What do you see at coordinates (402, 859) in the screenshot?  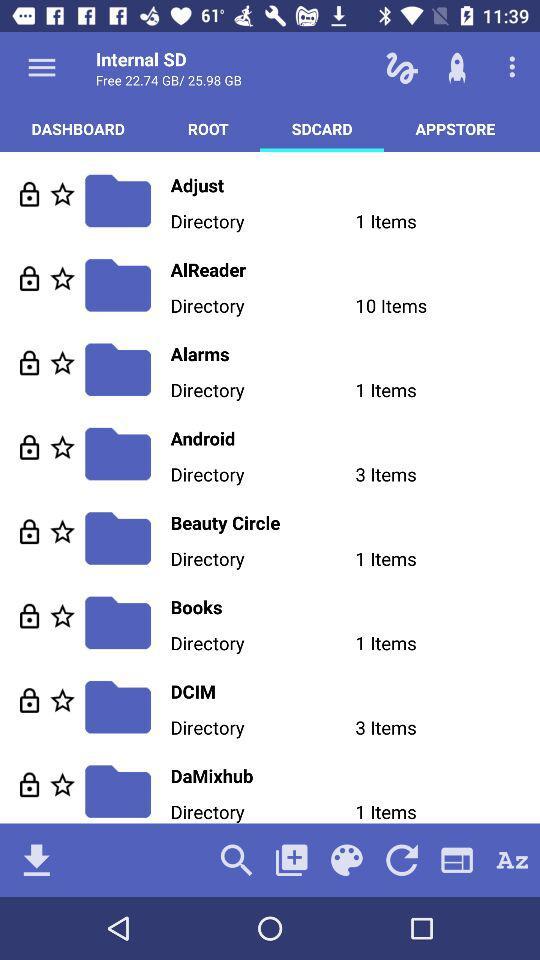 I see `icon below 1 items icon` at bounding box center [402, 859].